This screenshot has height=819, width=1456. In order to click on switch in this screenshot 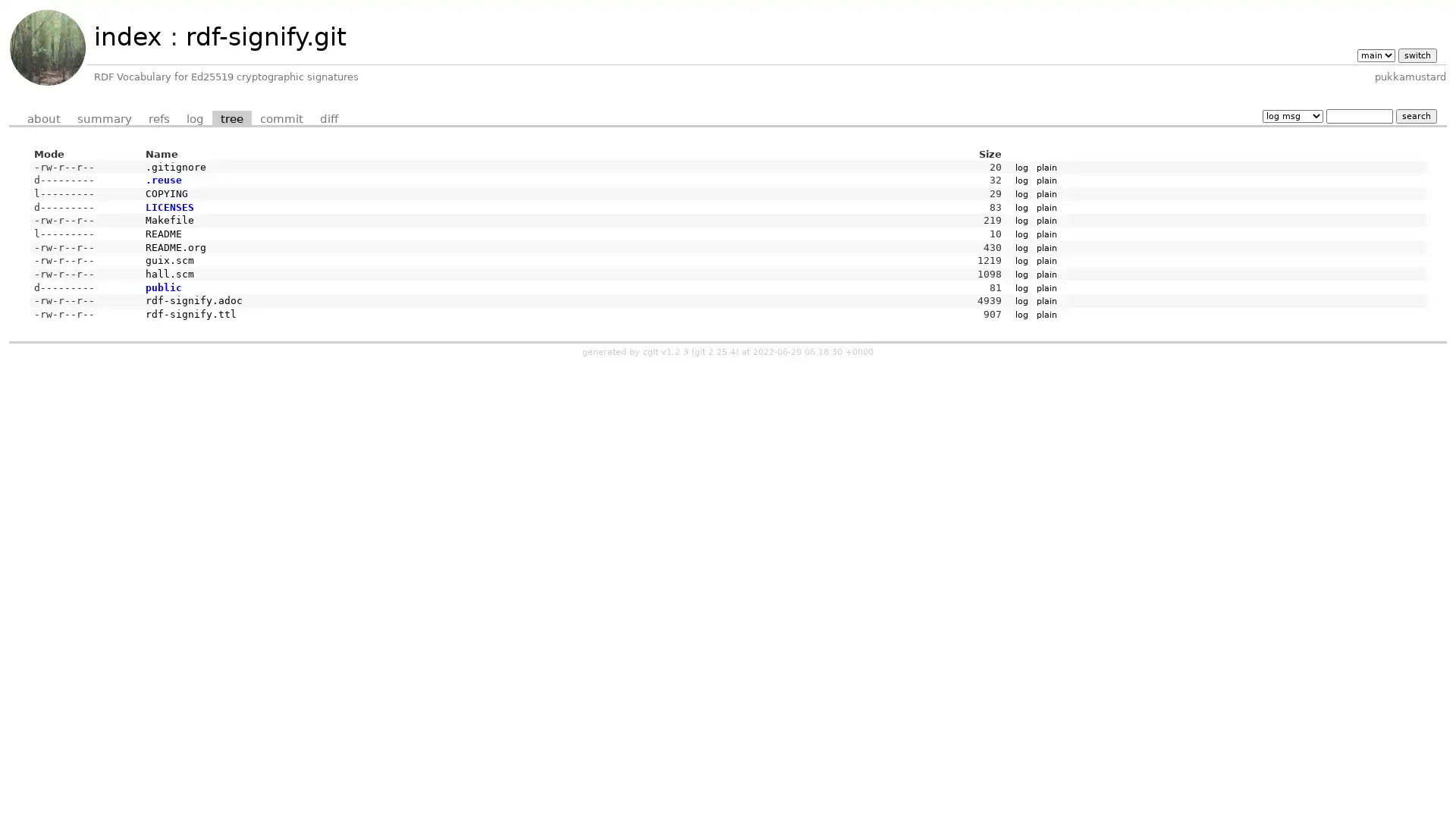, I will do `click(1416, 55)`.